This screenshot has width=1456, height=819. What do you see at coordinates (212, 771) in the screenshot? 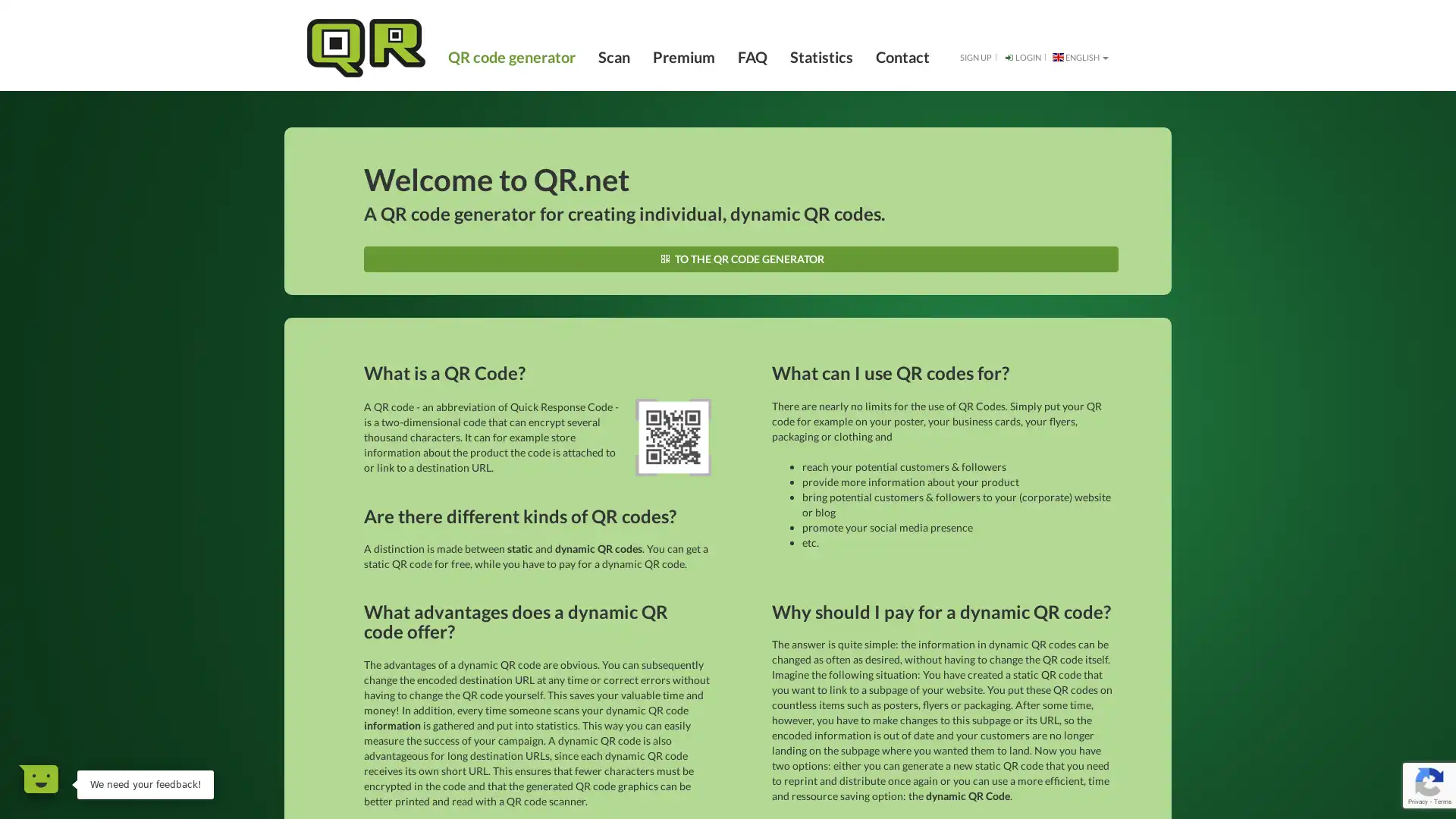
I see `Dismiss Message` at bounding box center [212, 771].